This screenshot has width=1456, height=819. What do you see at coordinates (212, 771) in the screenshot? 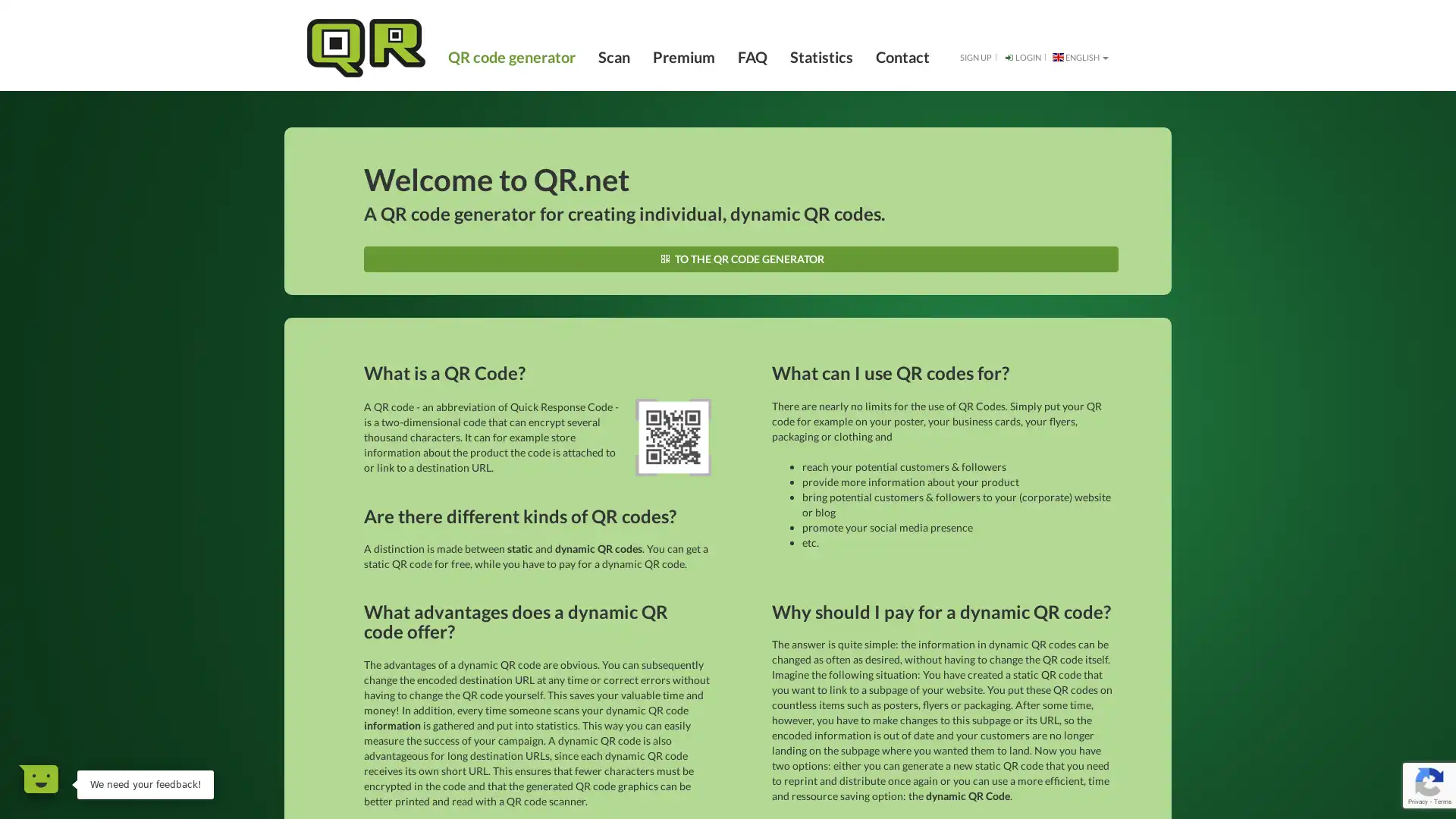
I see `Dismiss Message` at bounding box center [212, 771].